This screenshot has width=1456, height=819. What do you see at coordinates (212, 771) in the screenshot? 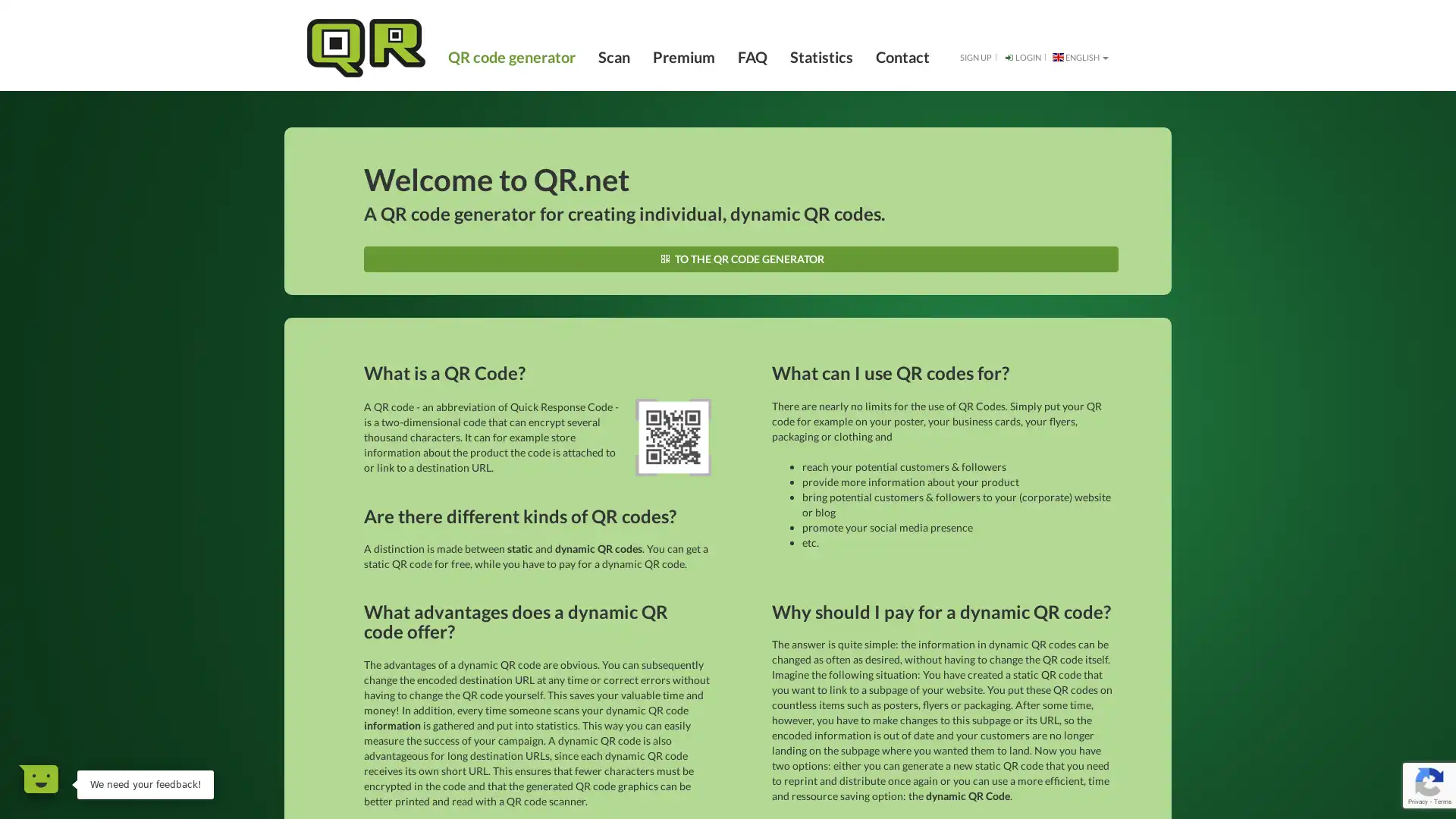
I see `Dismiss Message` at bounding box center [212, 771].